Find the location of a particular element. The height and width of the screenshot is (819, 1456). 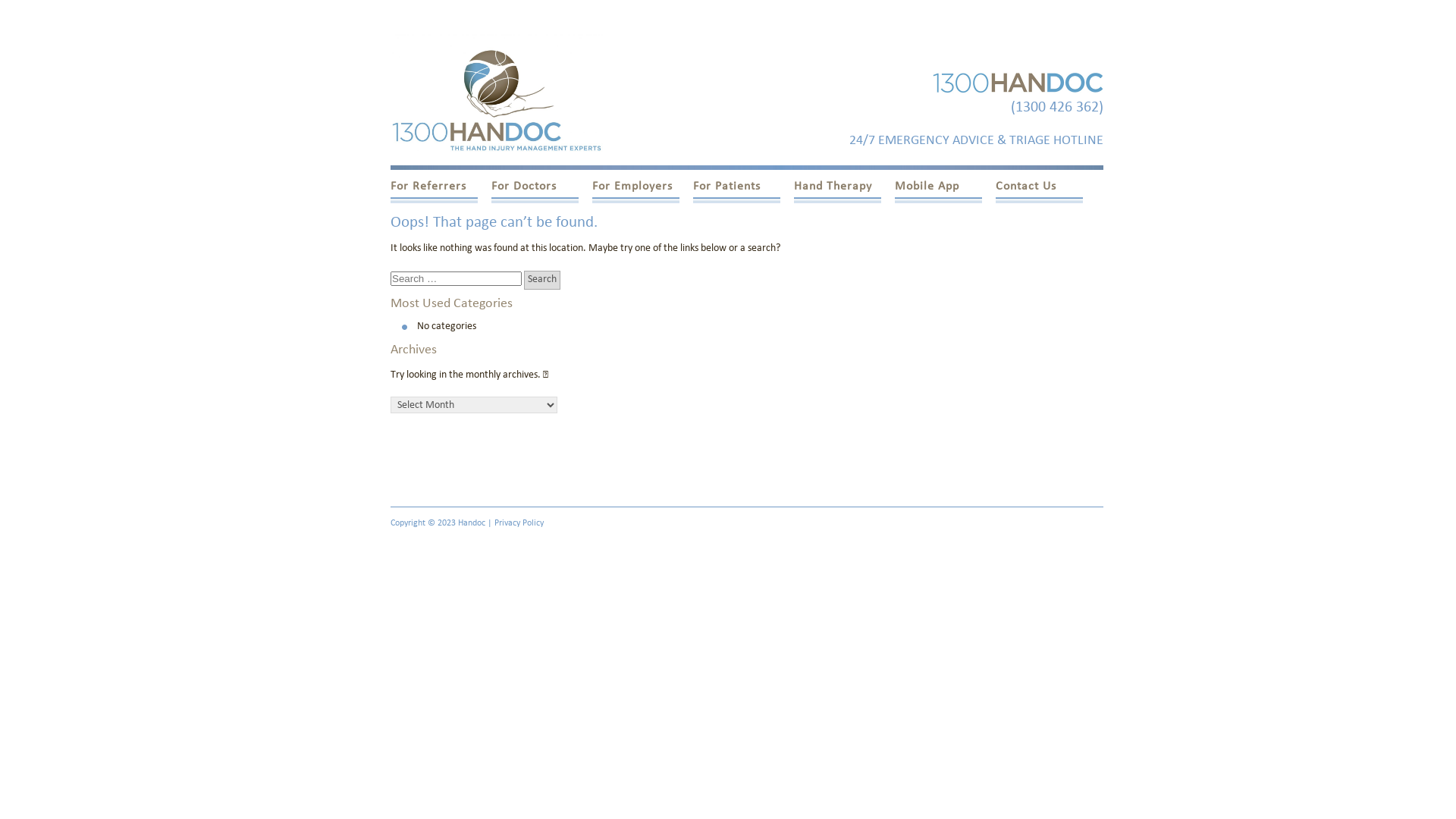

'Hand Therapy' is located at coordinates (792, 191).